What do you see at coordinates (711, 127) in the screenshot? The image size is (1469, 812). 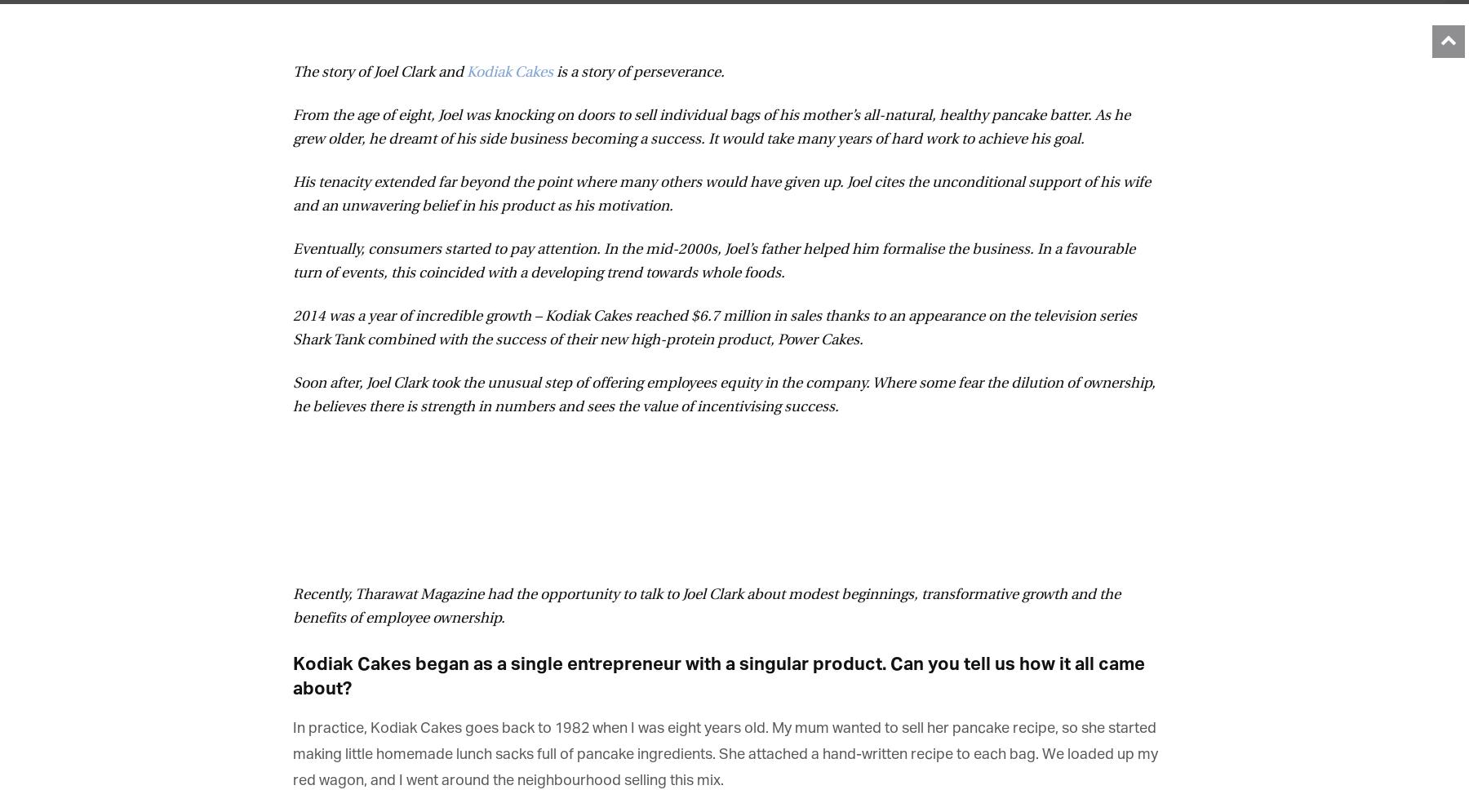 I see `'From the age of eight, Joel was knocking on doors to sell individual bags of his mother’s all-natural, healthy pancake batter. As he grew older, he dreamt of his side business becoming a success. It would take many years of hard work to achieve his goal.'` at bounding box center [711, 127].